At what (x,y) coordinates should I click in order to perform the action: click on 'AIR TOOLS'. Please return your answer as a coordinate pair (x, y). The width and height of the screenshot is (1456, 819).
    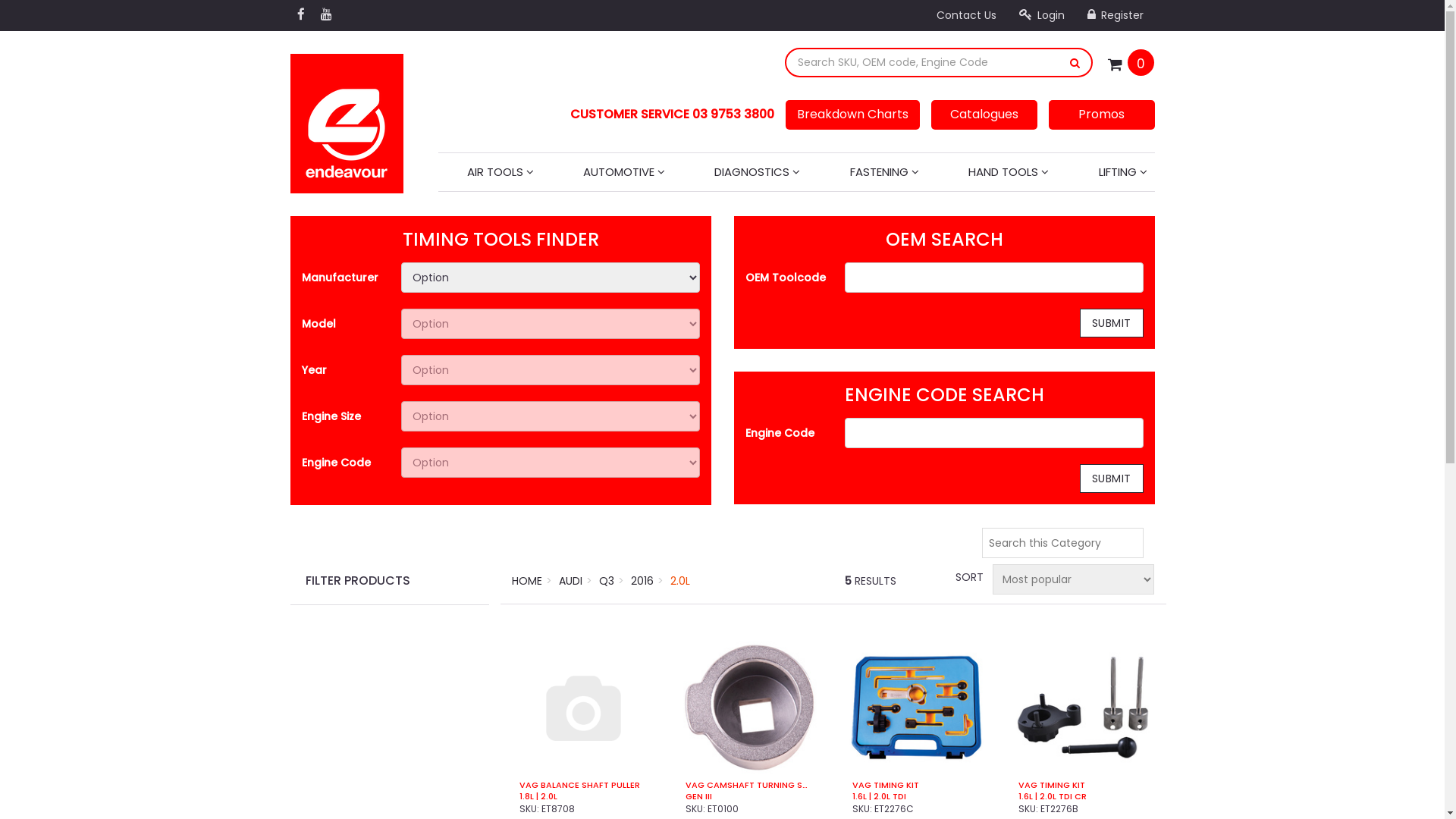
    Looking at the image, I should click on (500, 171).